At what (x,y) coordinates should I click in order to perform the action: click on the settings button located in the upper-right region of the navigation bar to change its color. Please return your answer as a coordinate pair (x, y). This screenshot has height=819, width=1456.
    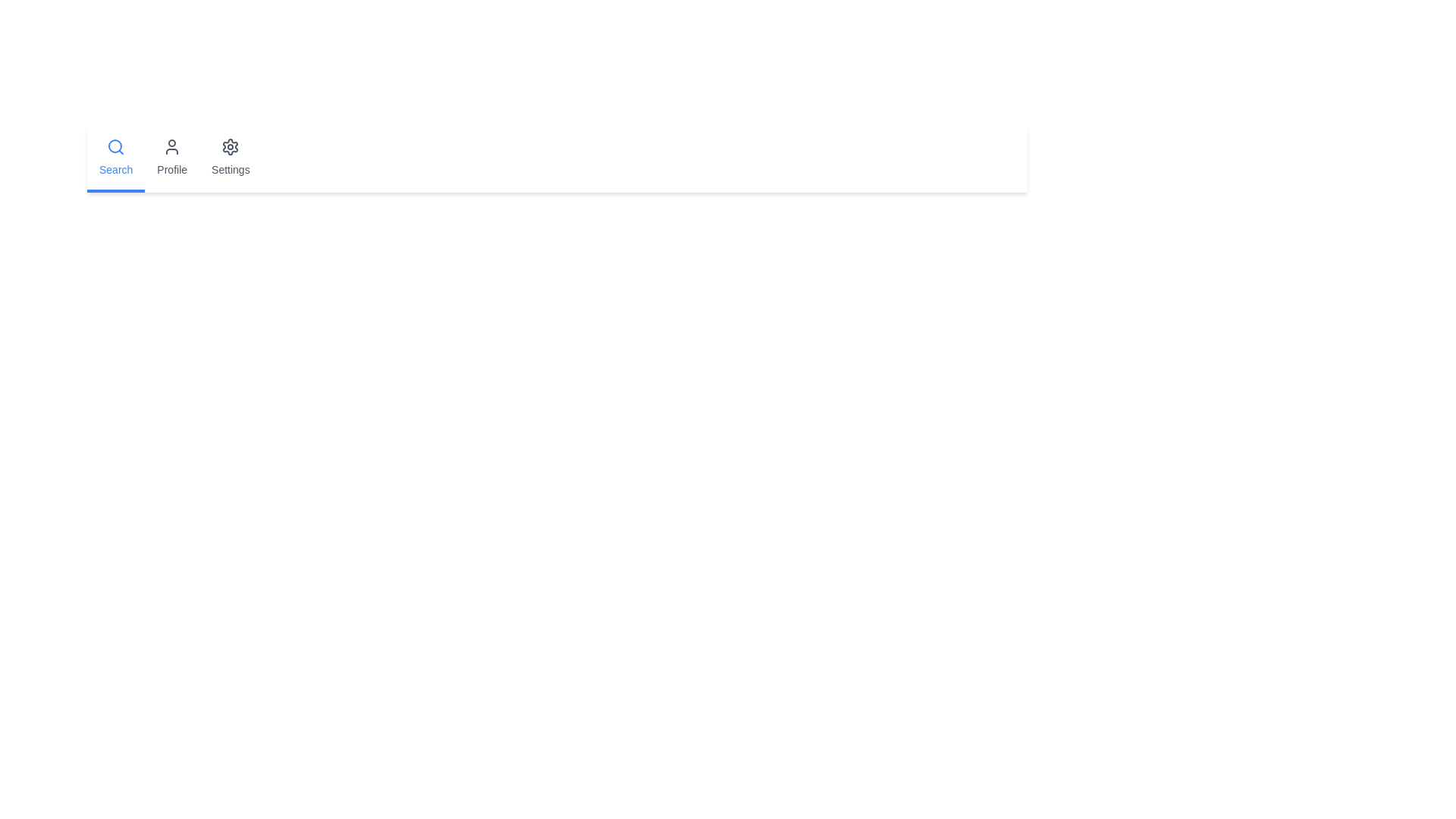
    Looking at the image, I should click on (230, 158).